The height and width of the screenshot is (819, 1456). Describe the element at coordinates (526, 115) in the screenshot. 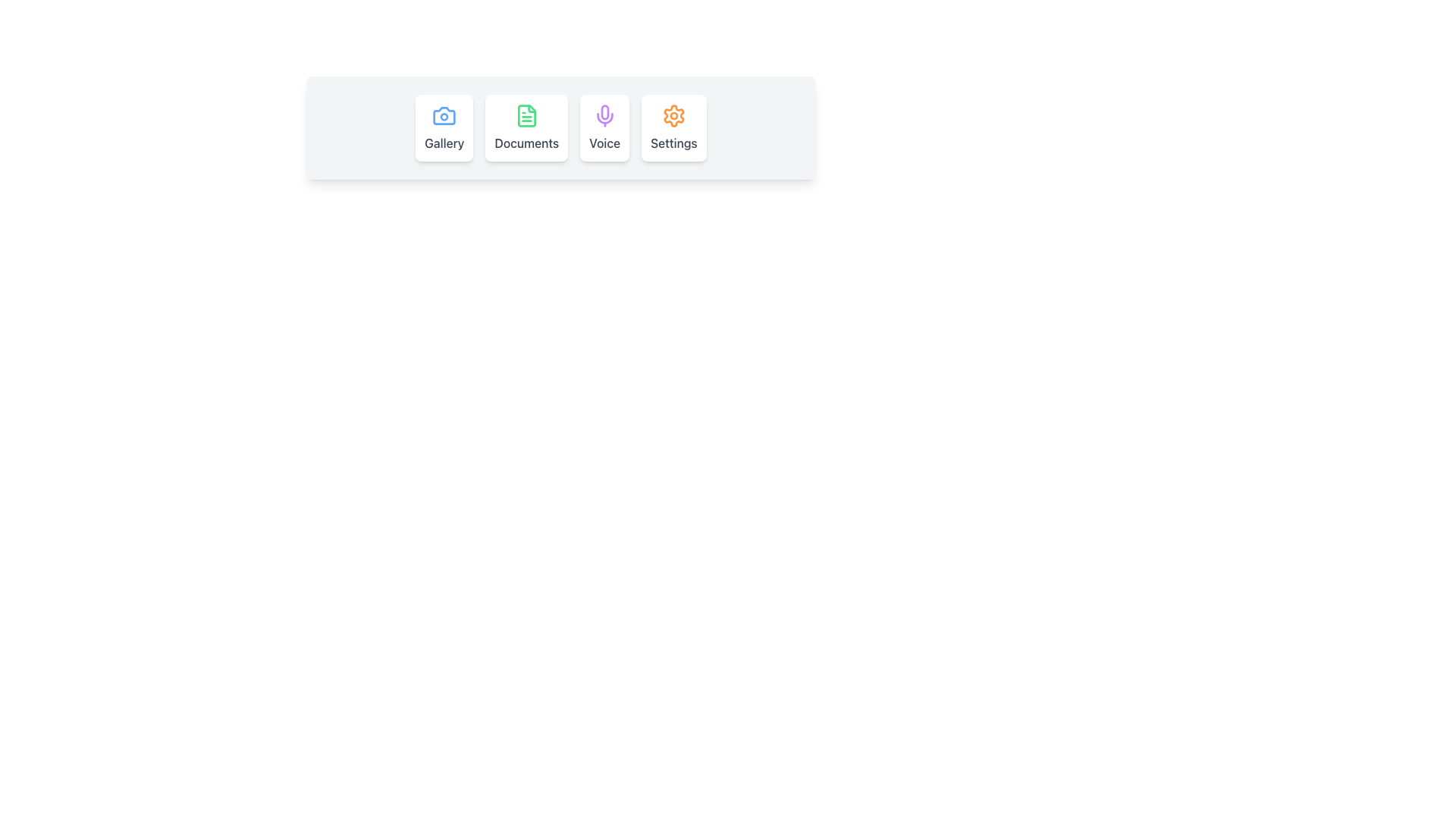

I see `the state of the vibrant green document icon, which is the topmost component in the 'Documents' option, located above the text labeled 'Documents'` at that location.